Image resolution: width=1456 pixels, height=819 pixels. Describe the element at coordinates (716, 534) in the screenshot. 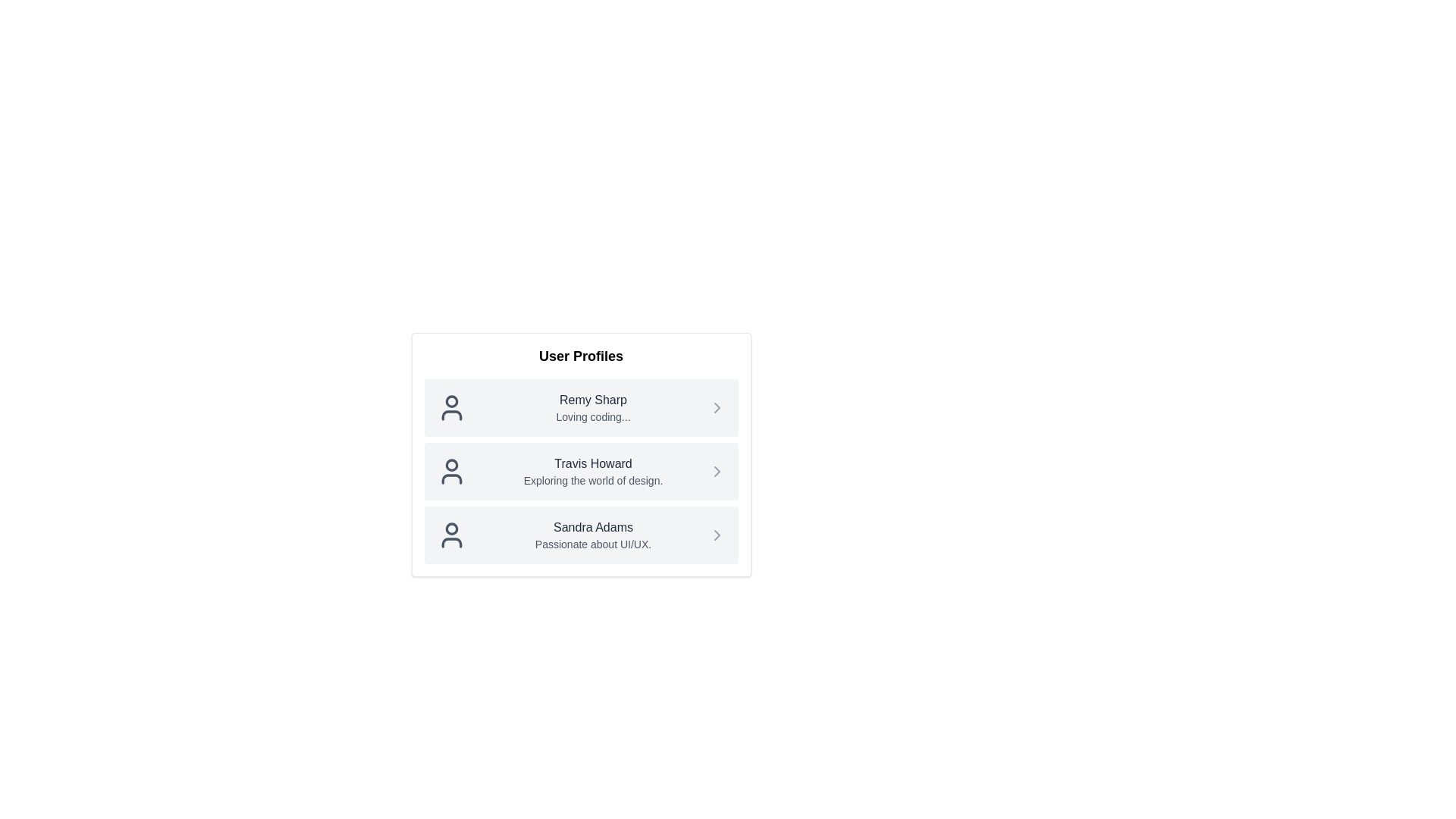

I see `the navigation icon located on the rightmost side of the profile labeled 'Sandra Adams Passionate about UI/UX'` at that location.